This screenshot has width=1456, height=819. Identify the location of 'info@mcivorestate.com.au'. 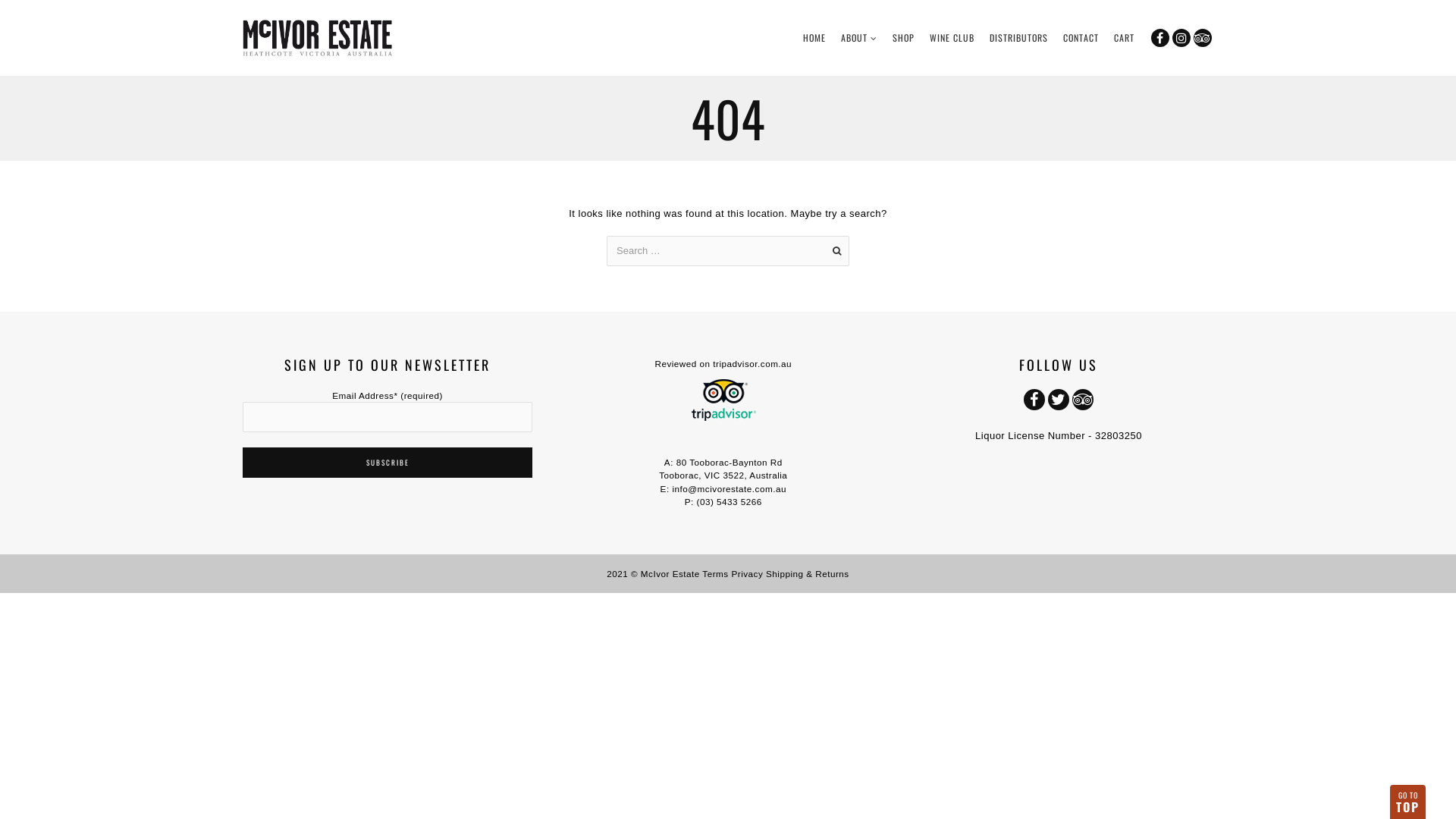
(671, 488).